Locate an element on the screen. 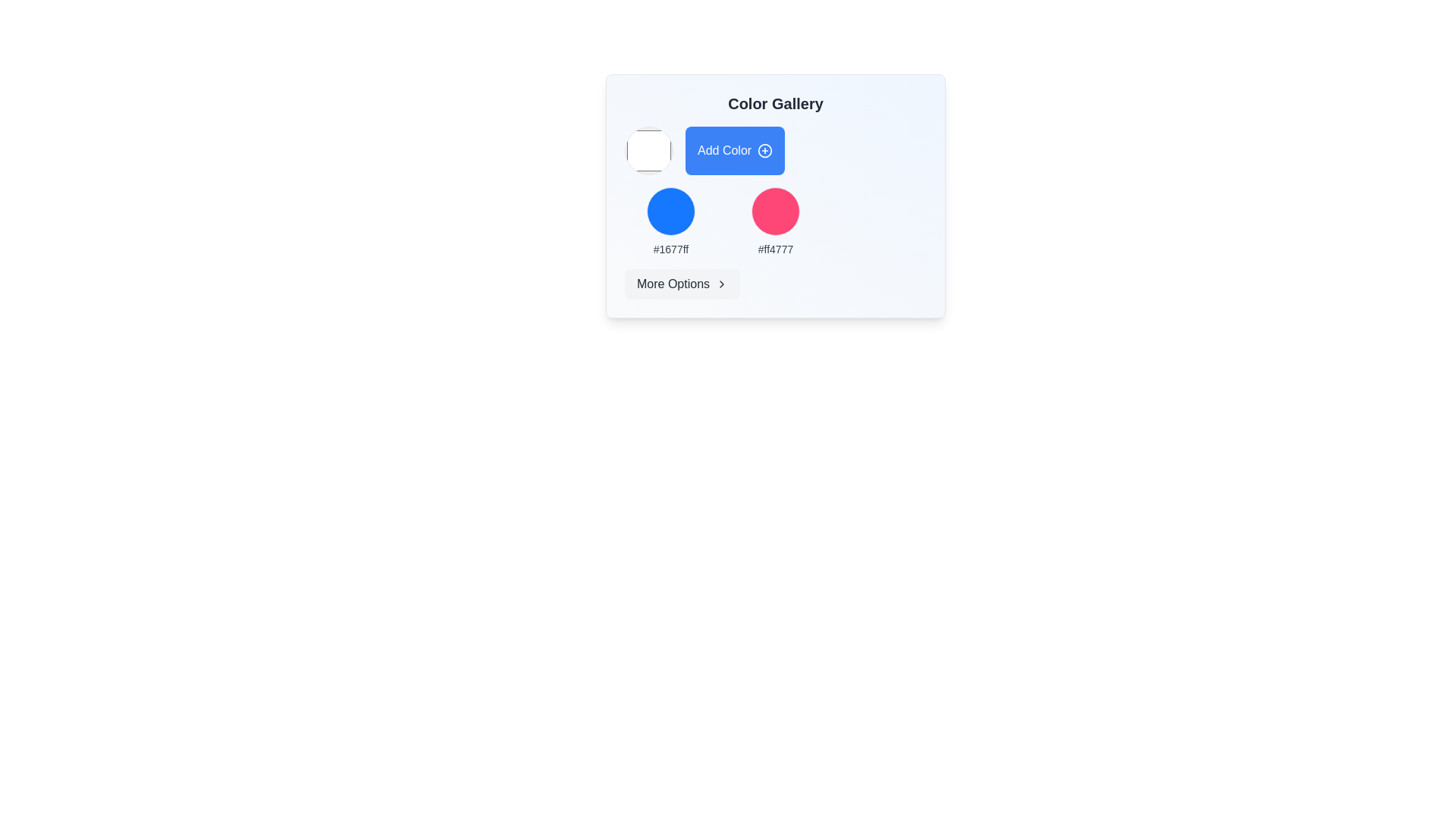  the circular icon with a plus sign located to the right of the 'Add Color' text within the 'Add Color' button in the 'Color Gallery' card is located at coordinates (765, 151).